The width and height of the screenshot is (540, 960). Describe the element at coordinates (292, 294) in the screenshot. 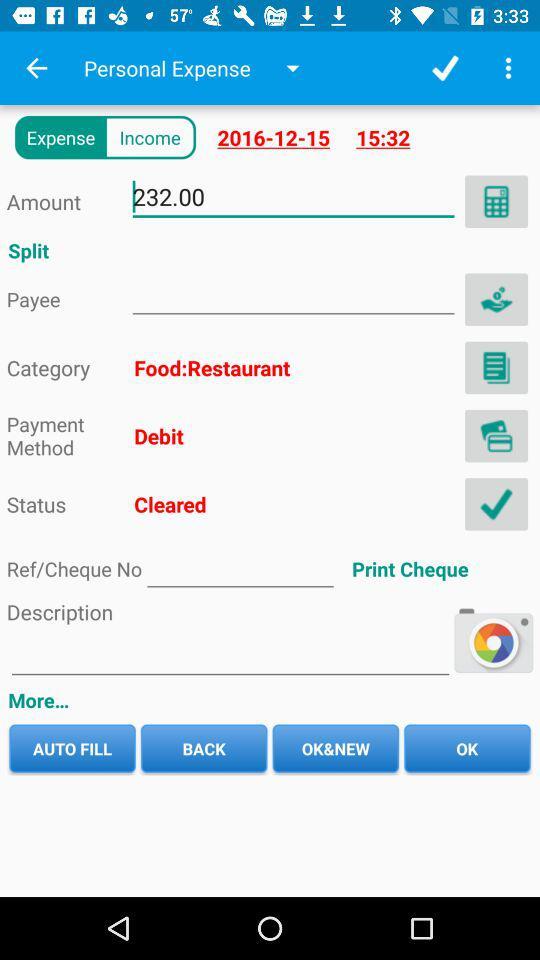

I see `atress page` at that location.